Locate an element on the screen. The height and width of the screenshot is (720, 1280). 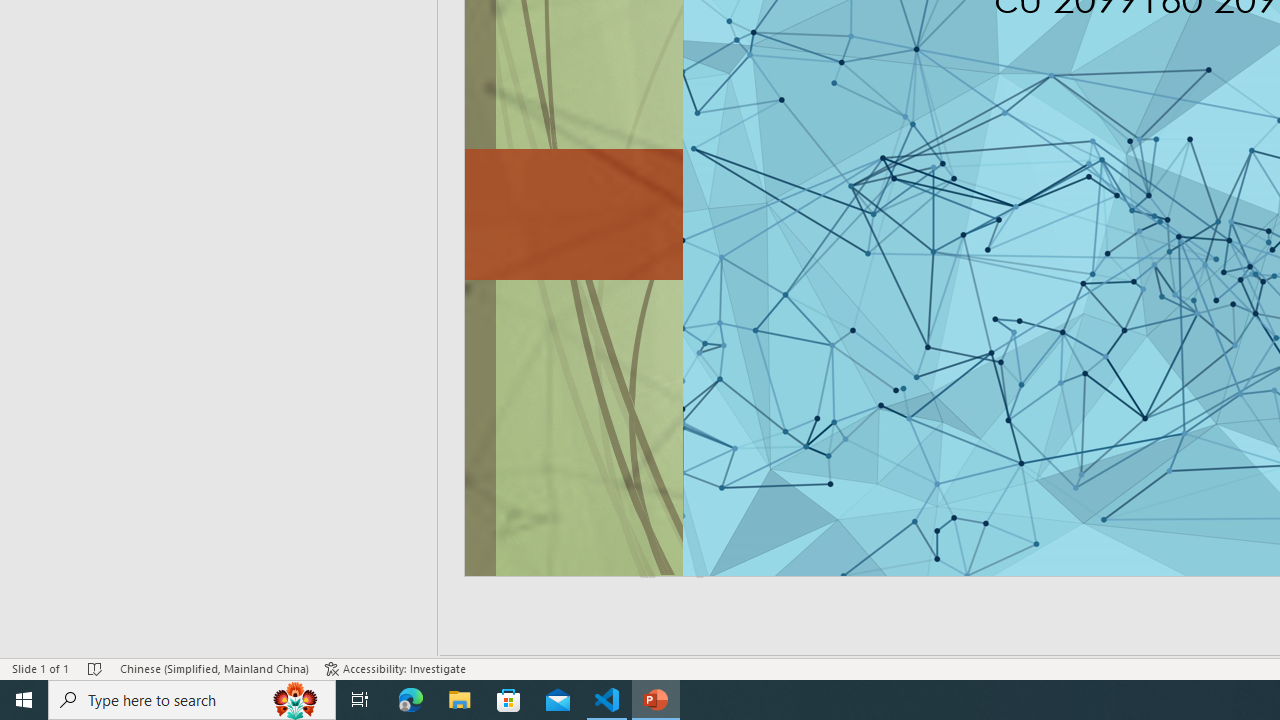
'Accessibility Checker Accessibility: Investigate' is located at coordinates (395, 669).